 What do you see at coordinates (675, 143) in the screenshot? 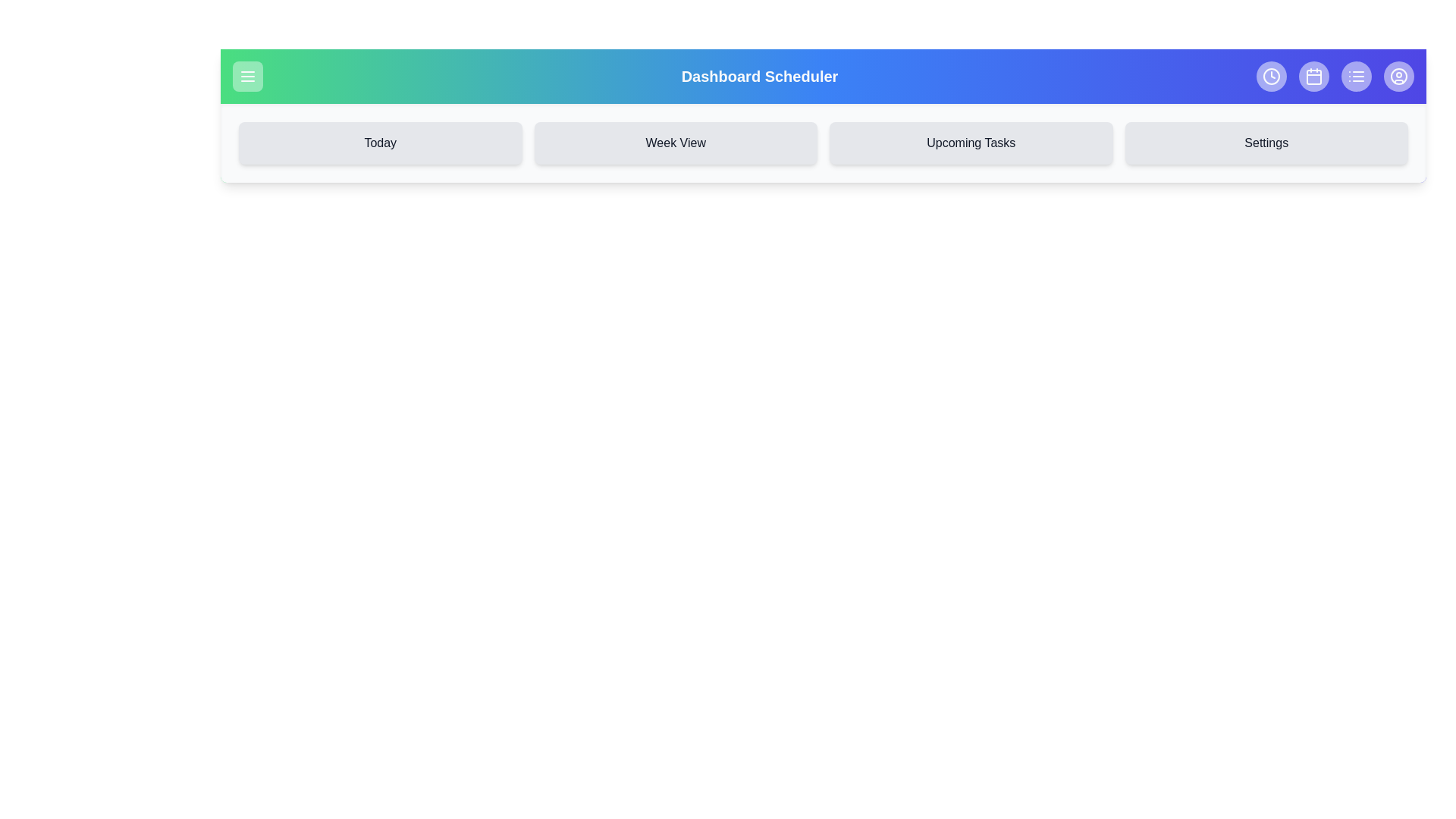
I see `the navigation button labeled Week View` at bounding box center [675, 143].